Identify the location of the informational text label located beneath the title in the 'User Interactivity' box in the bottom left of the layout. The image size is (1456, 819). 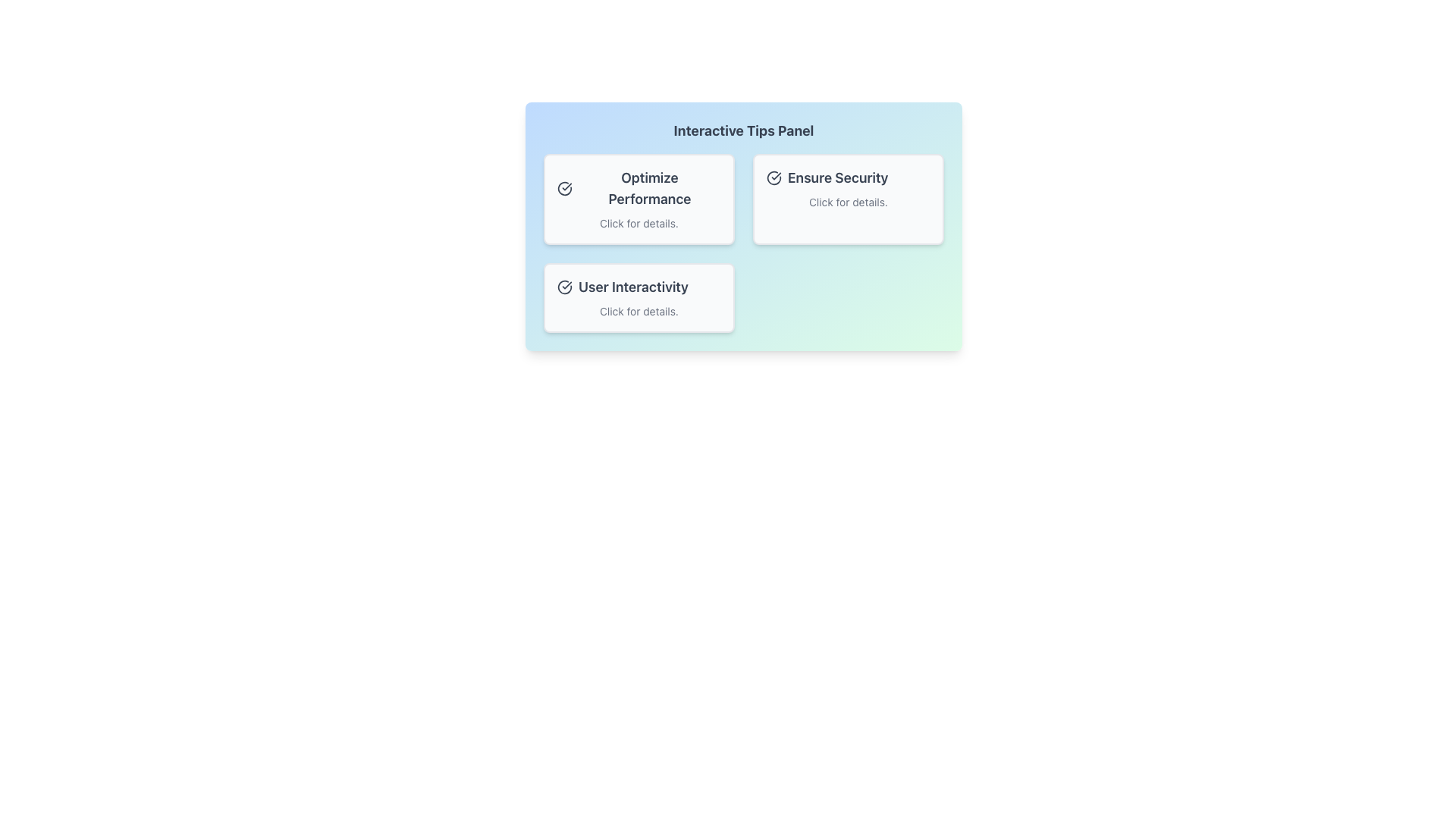
(639, 311).